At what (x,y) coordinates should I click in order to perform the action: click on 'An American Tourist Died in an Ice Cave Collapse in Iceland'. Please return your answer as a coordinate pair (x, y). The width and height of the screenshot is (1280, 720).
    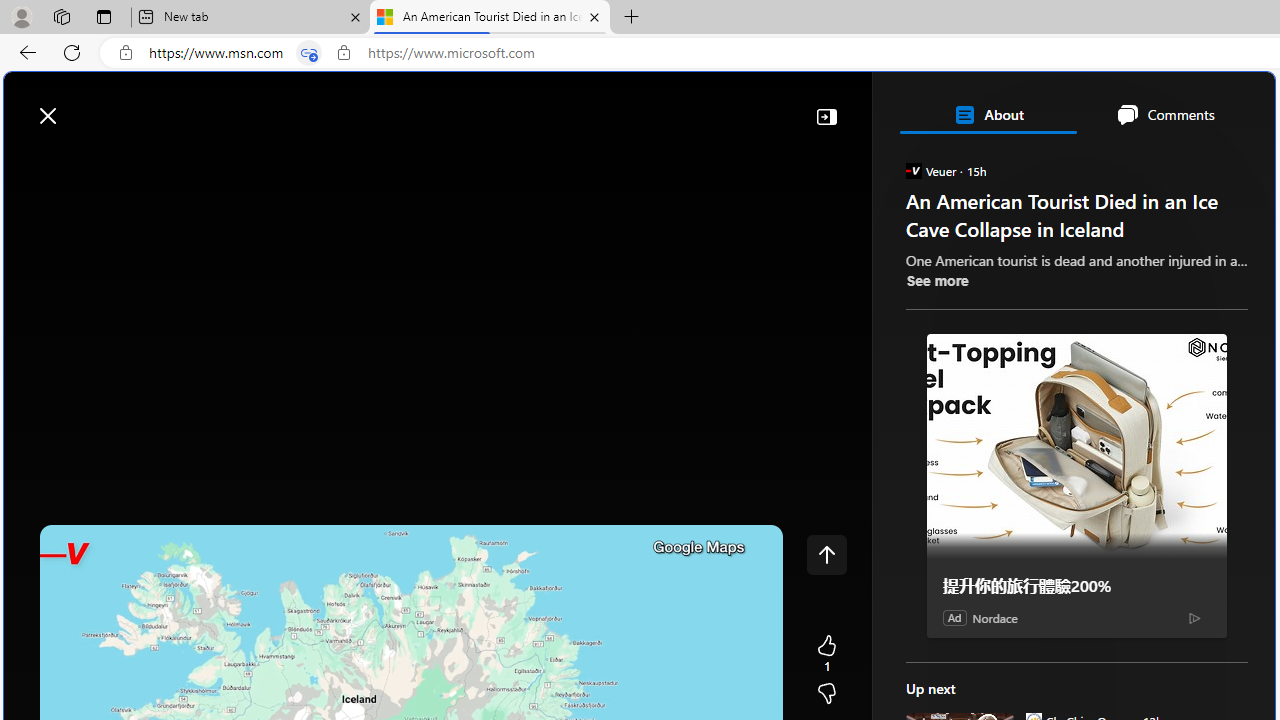
    Looking at the image, I should click on (490, 17).